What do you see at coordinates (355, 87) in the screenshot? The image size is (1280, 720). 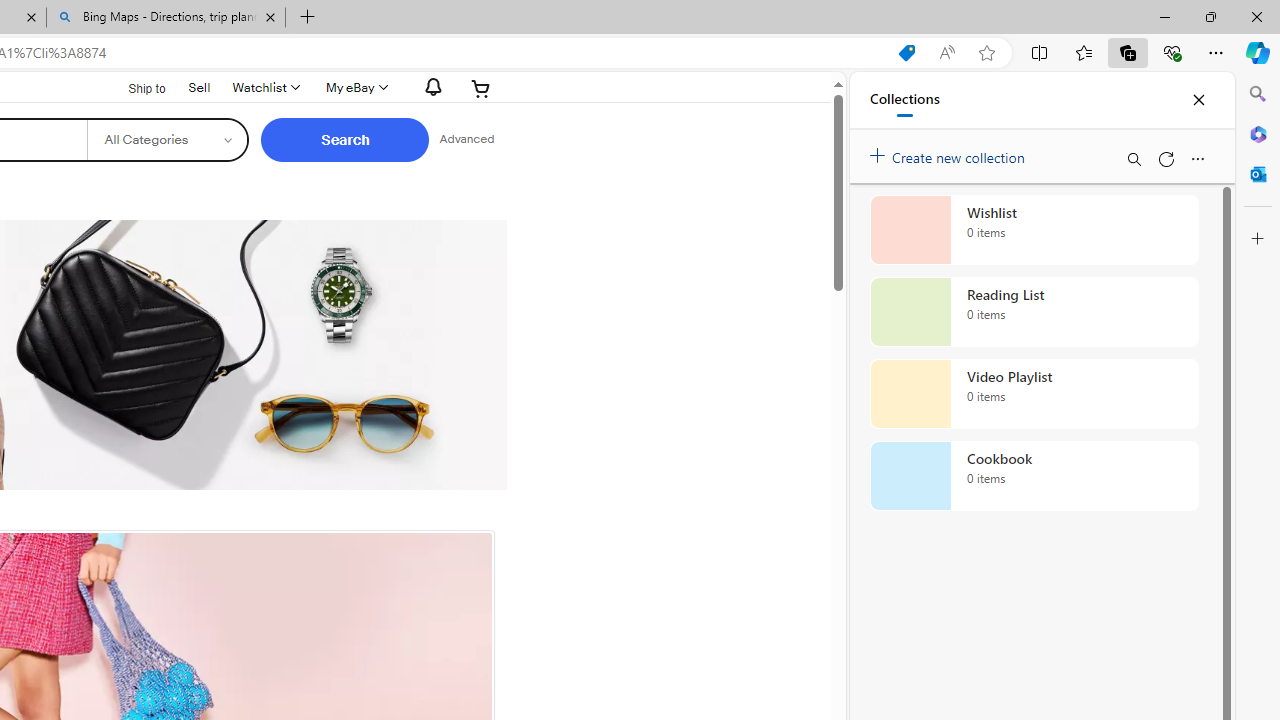 I see `'My eBay'` at bounding box center [355, 87].